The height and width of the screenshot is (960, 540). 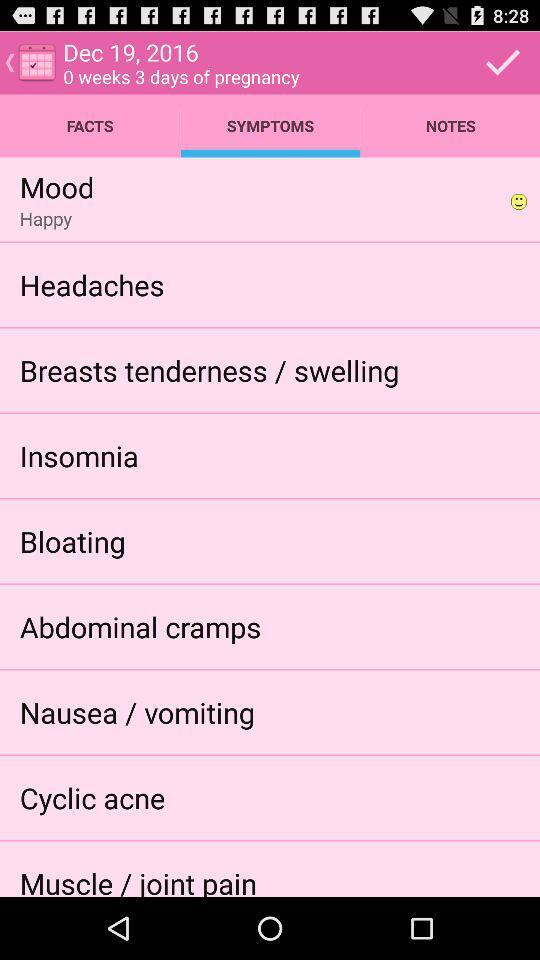 What do you see at coordinates (57, 186) in the screenshot?
I see `icon above the happy app` at bounding box center [57, 186].